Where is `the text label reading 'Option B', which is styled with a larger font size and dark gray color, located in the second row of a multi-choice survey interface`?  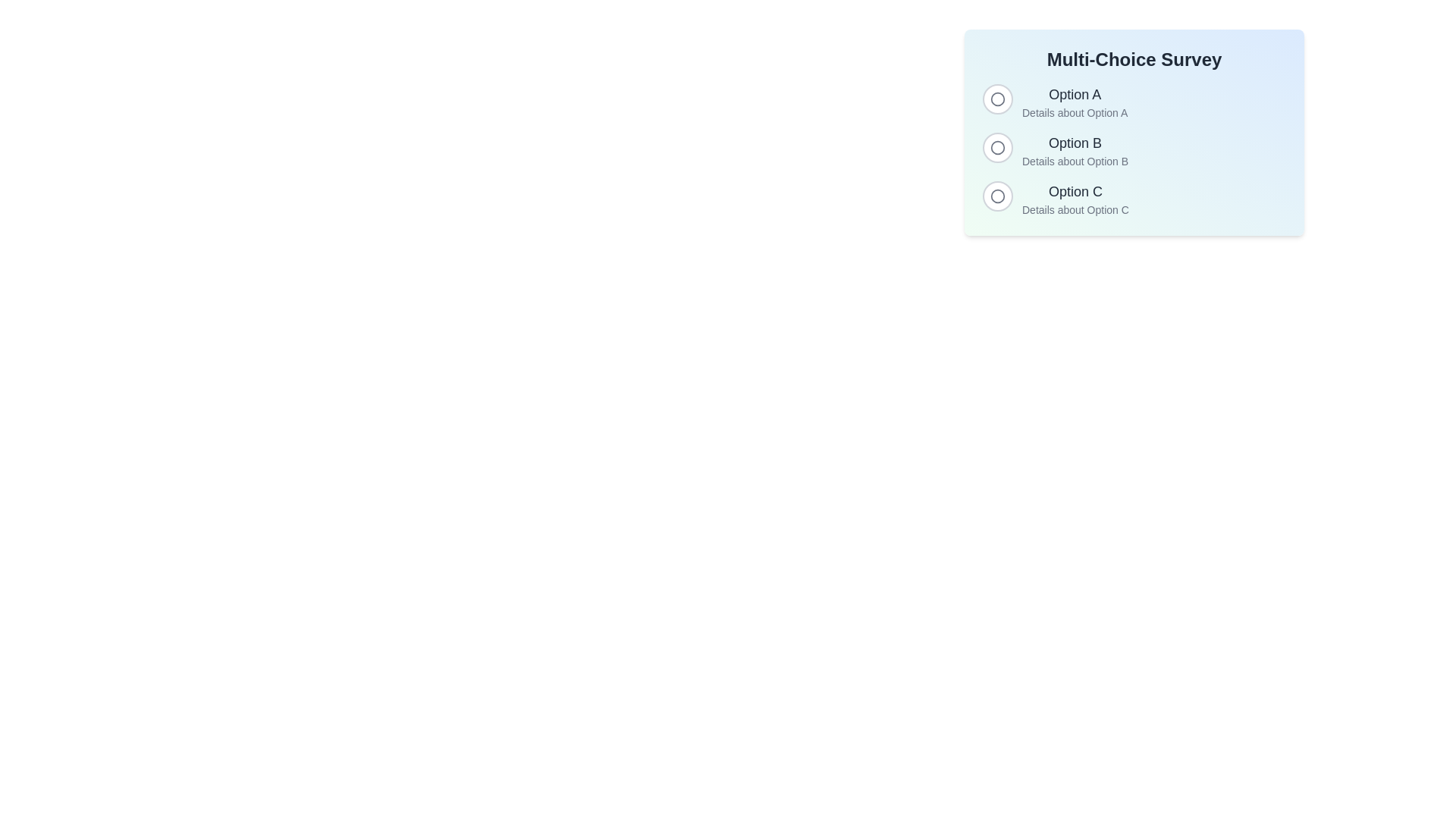
the text label reading 'Option B', which is styled with a larger font size and dark gray color, located in the second row of a multi-choice survey interface is located at coordinates (1075, 143).